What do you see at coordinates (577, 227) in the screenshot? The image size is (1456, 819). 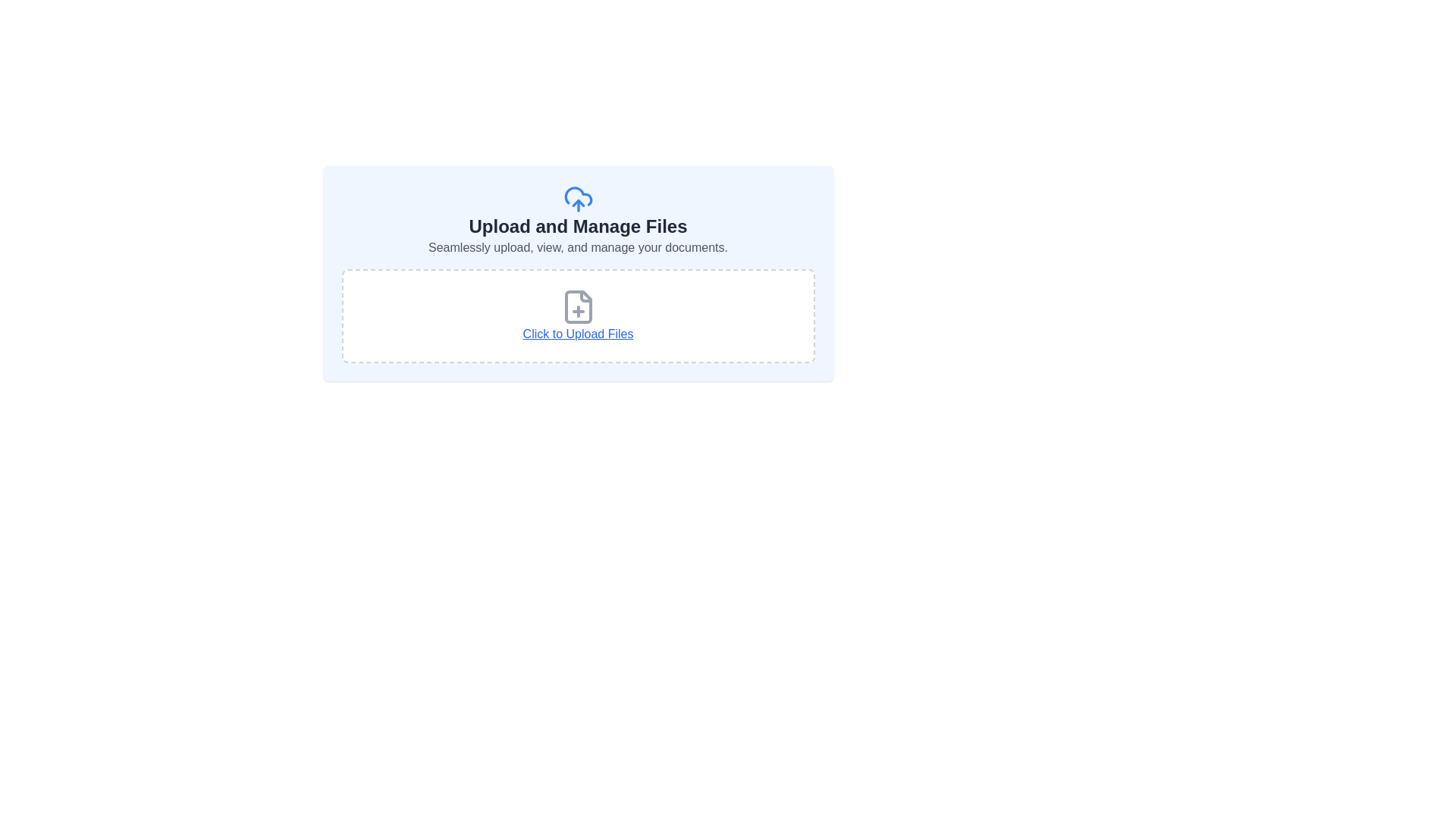 I see `text content of the bold and large text header displaying 'Upload and Manage Files', which is centered below an upload cloud icon` at bounding box center [577, 227].